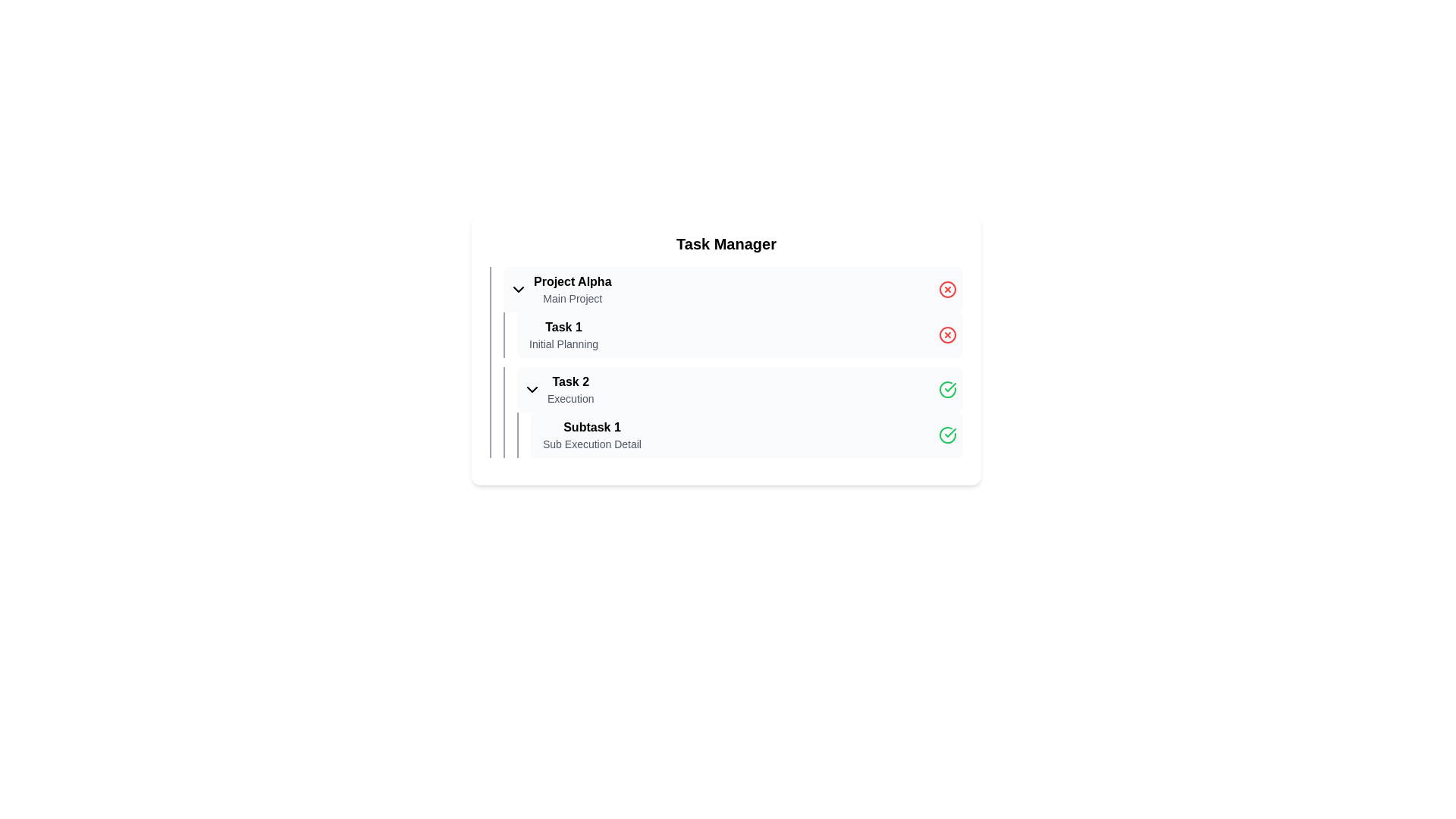 The height and width of the screenshot is (819, 1456). Describe the element at coordinates (588, 435) in the screenshot. I see `the text display element that shows 'Subtask 1' and 'Sub Execution Detail' located under the 'Task 2' section, below the 'Execution' label, and aligned with a green checkmark icon` at that location.